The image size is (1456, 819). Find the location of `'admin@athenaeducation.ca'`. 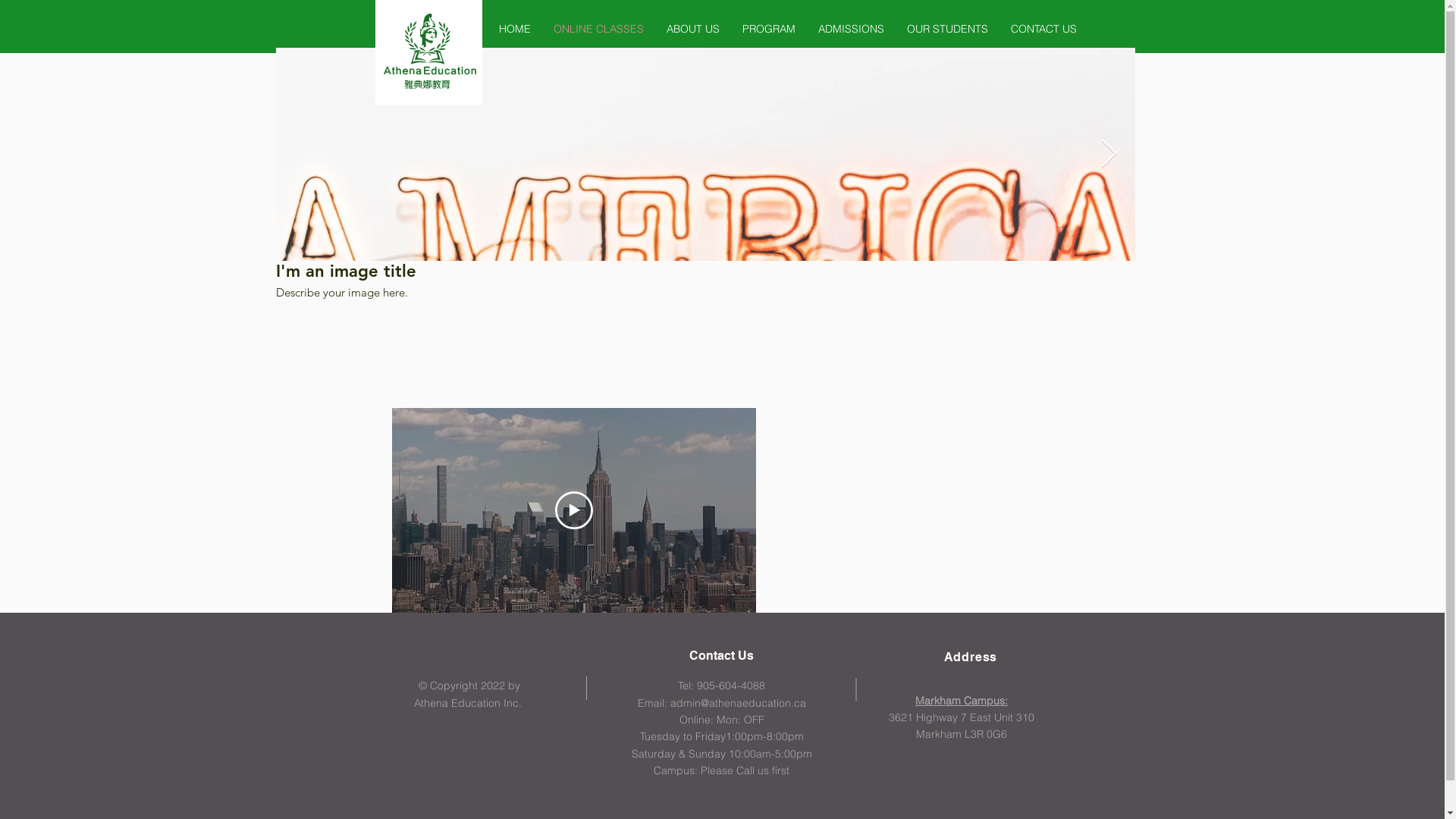

'admin@athenaeducation.ca' is located at coordinates (738, 702).